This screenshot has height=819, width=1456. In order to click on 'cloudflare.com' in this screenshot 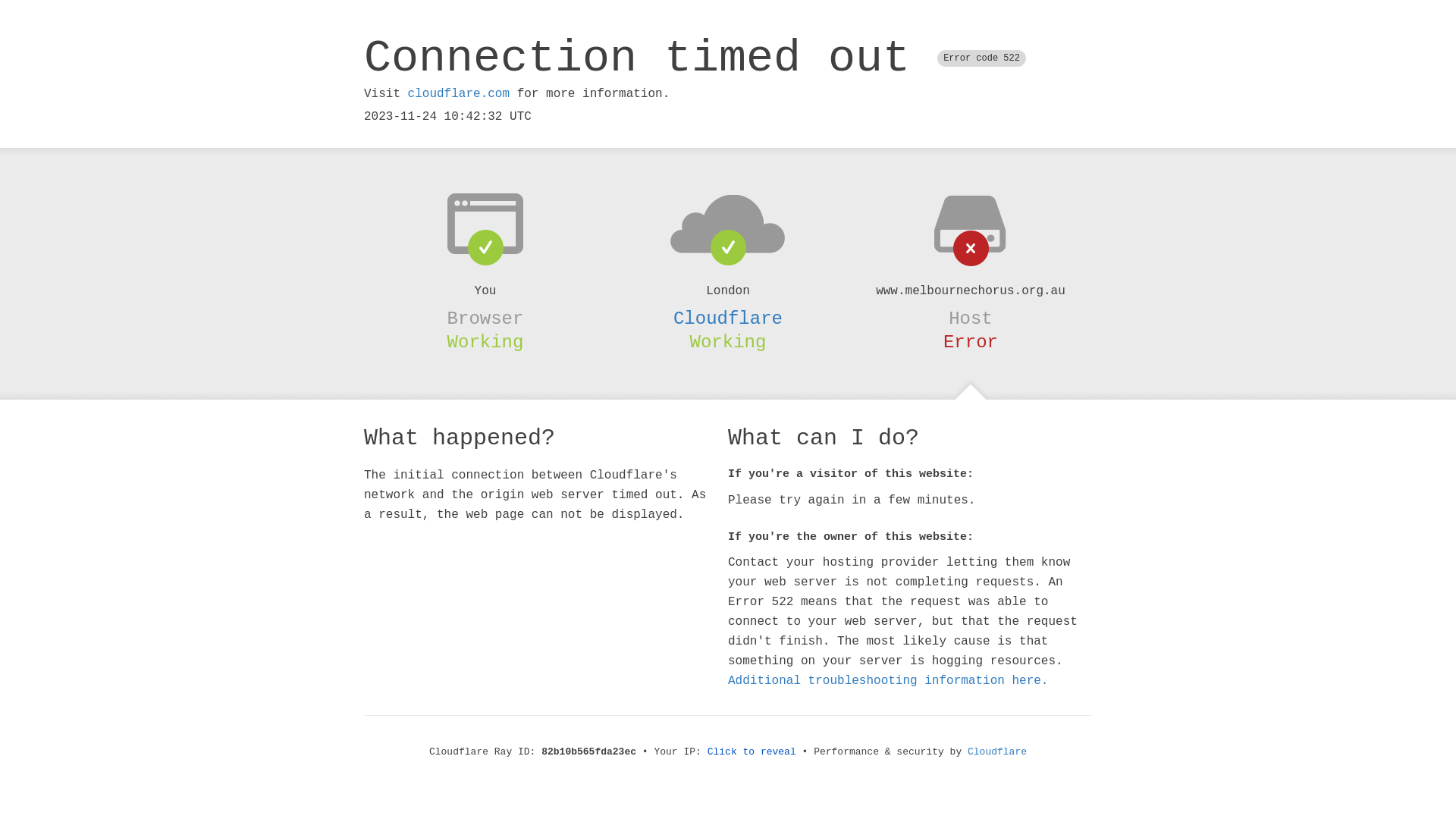, I will do `click(457, 93)`.